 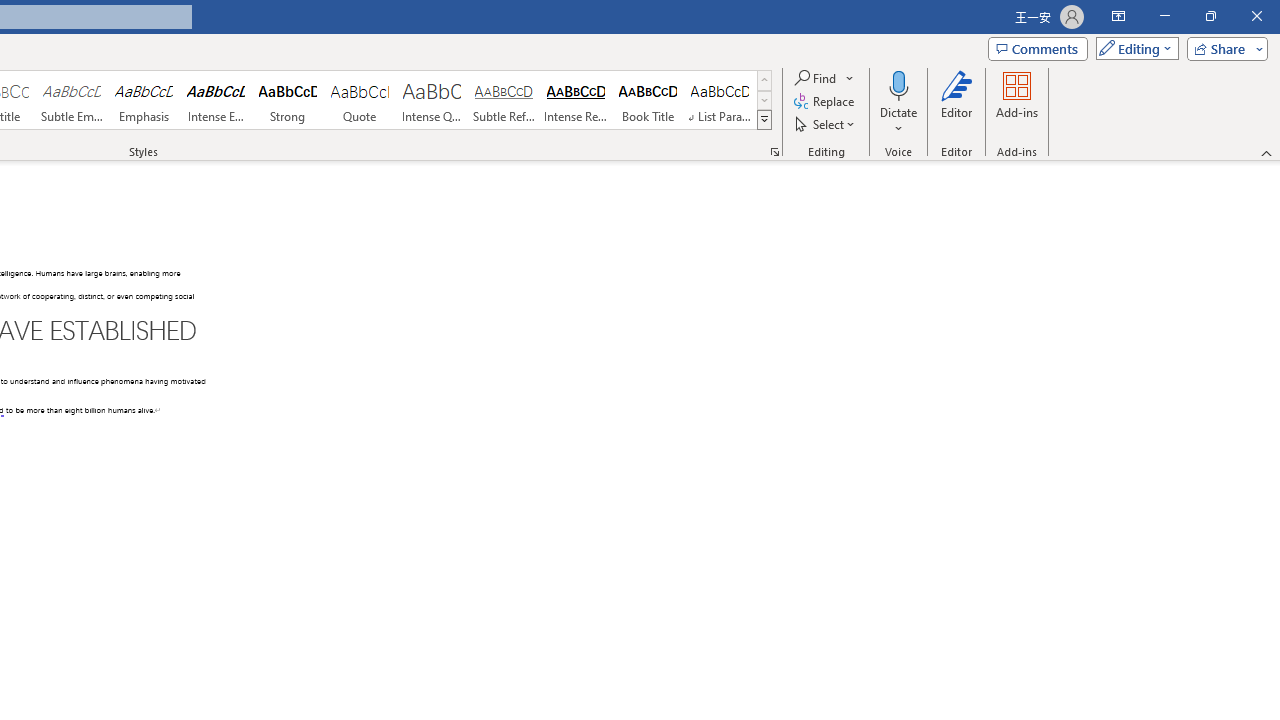 I want to click on 'Styles...', so click(x=774, y=150).